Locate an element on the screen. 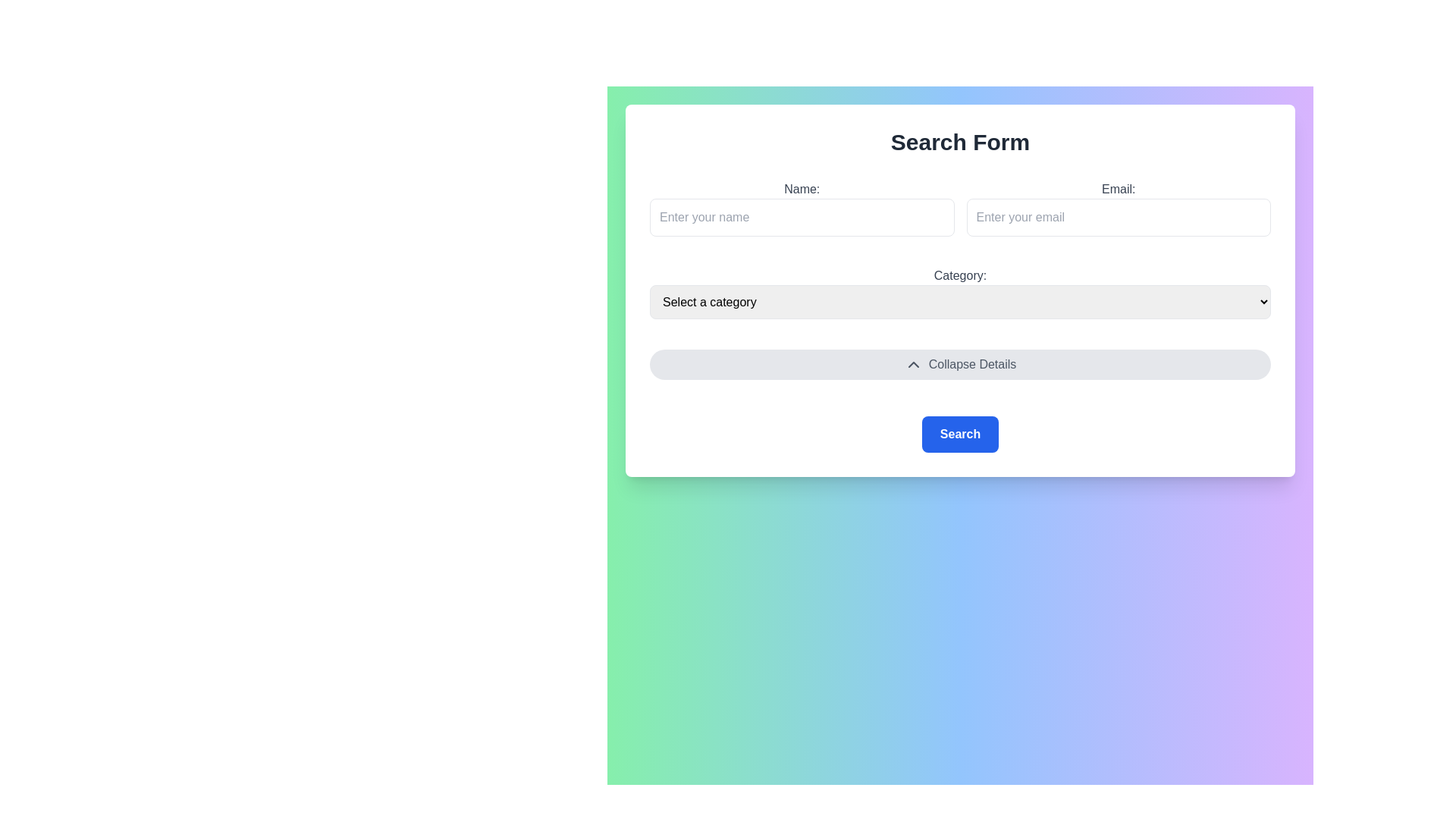 The width and height of the screenshot is (1456, 819). the Text Label that indicates the interaction state of the button for toggling visibility, located within the button at the lower-center part of the form, to the right of the chevron icon is located at coordinates (972, 365).